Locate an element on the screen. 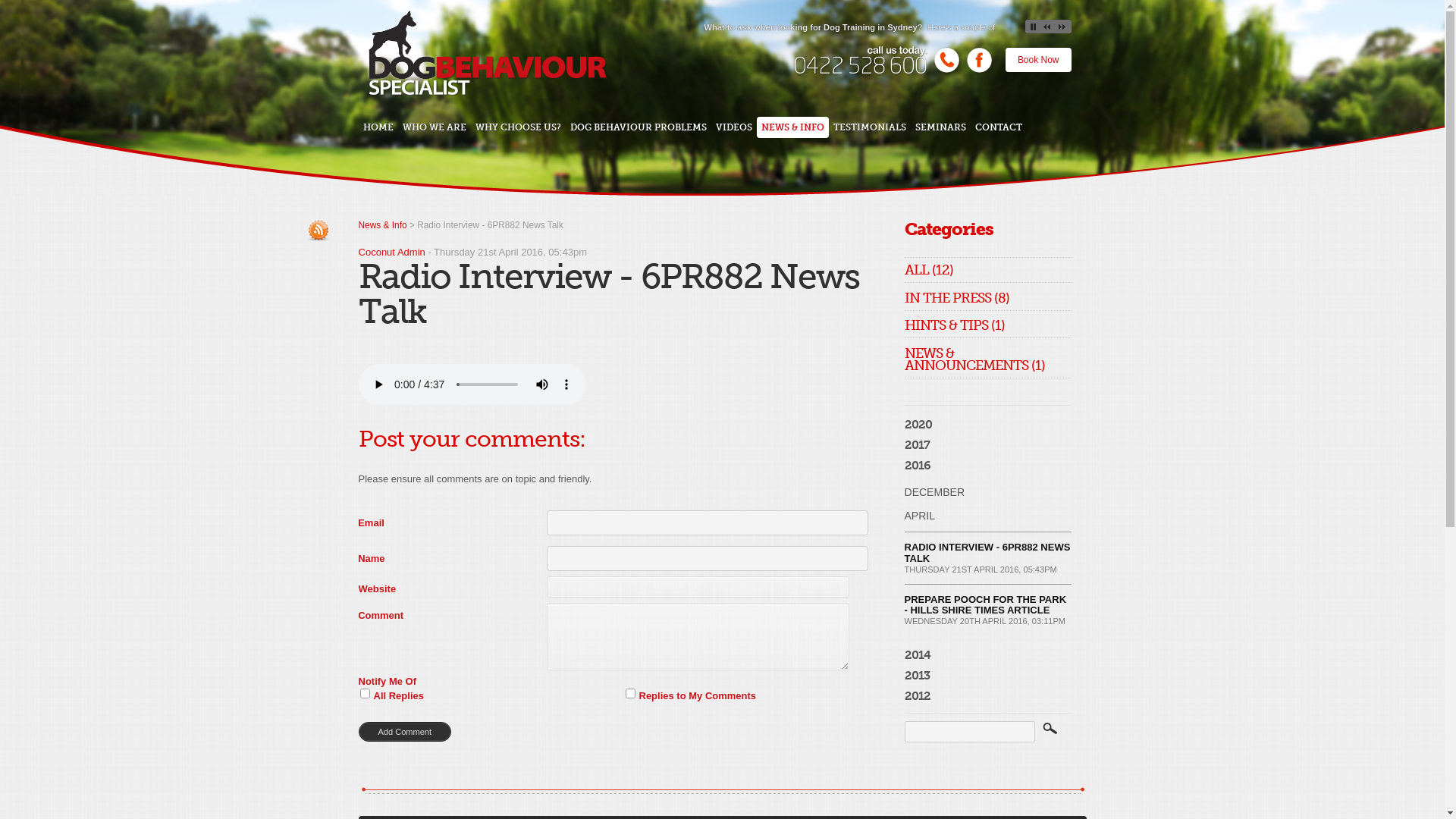 This screenshot has height=819, width=1456. 'Previous' is located at coordinates (1040, 26).